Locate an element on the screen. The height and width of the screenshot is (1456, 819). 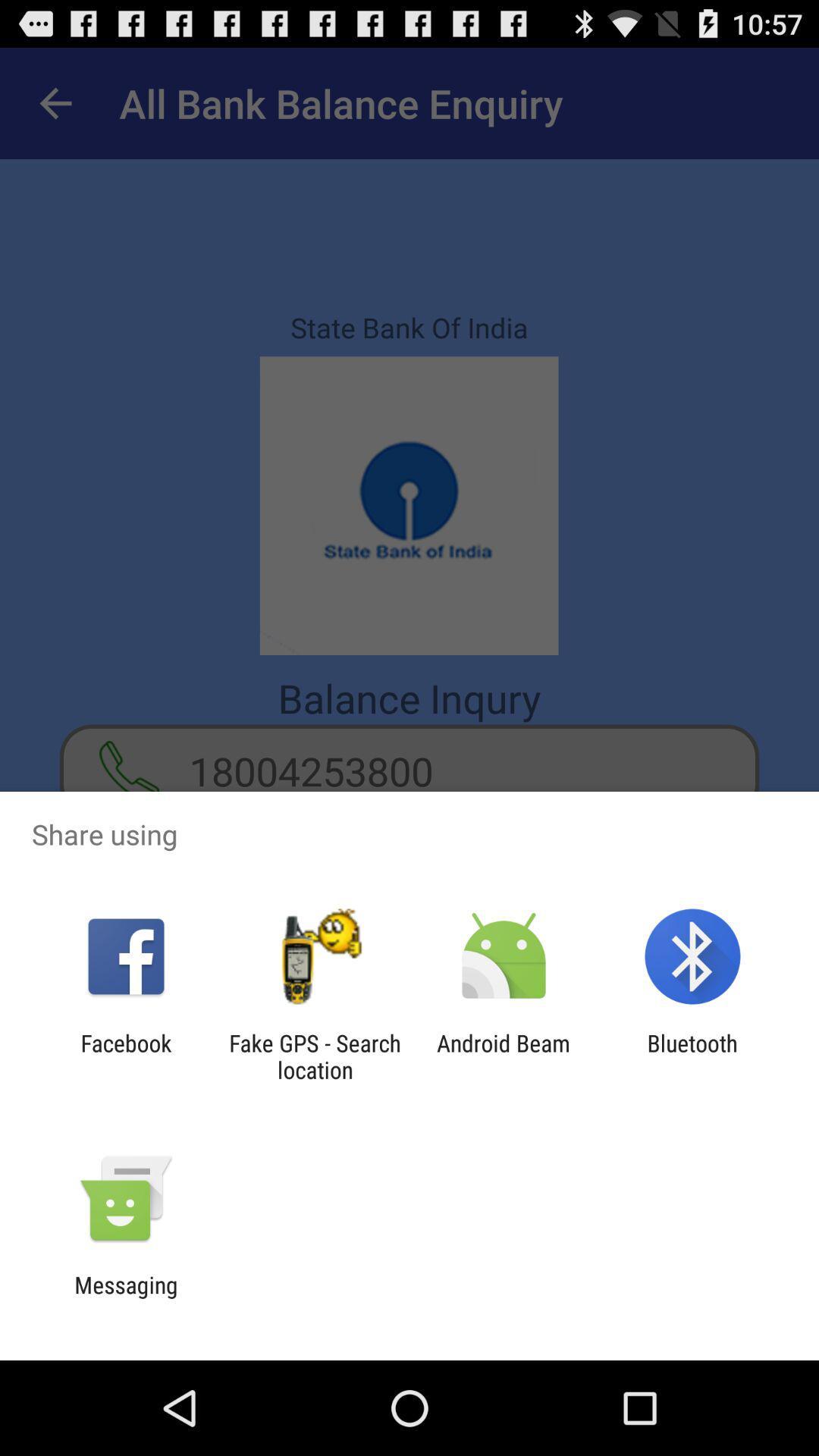
icon to the right of android beam item is located at coordinates (692, 1056).